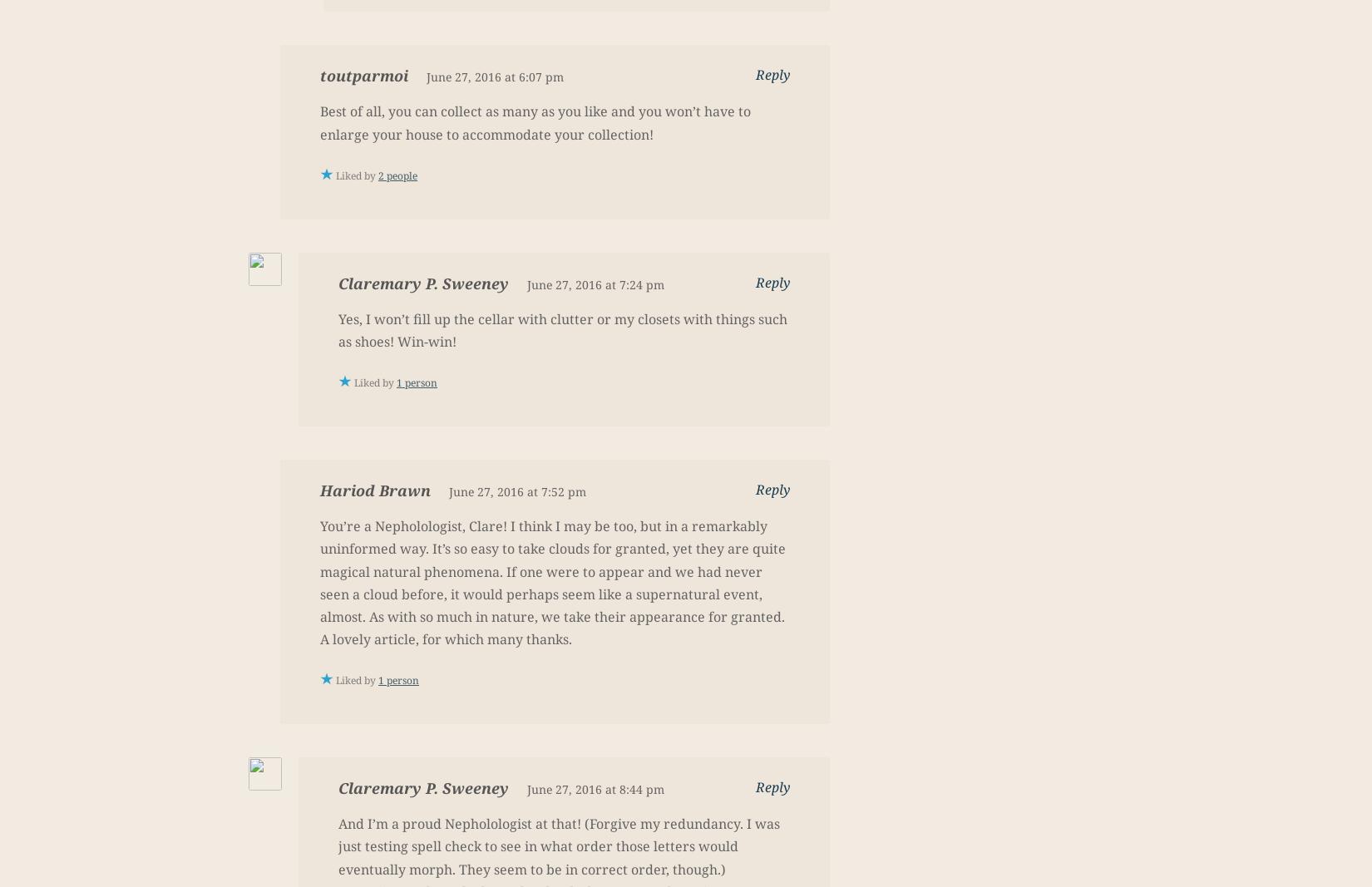 Image resolution: width=1372 pixels, height=887 pixels. What do you see at coordinates (558, 846) in the screenshot?
I see `'And I’m  a proud Nepholologist at that! (Forgive my redundancy. I was just testing spell check to see in what order those letters  would eventually morph. They seem to be in correct order, though.)'` at bounding box center [558, 846].